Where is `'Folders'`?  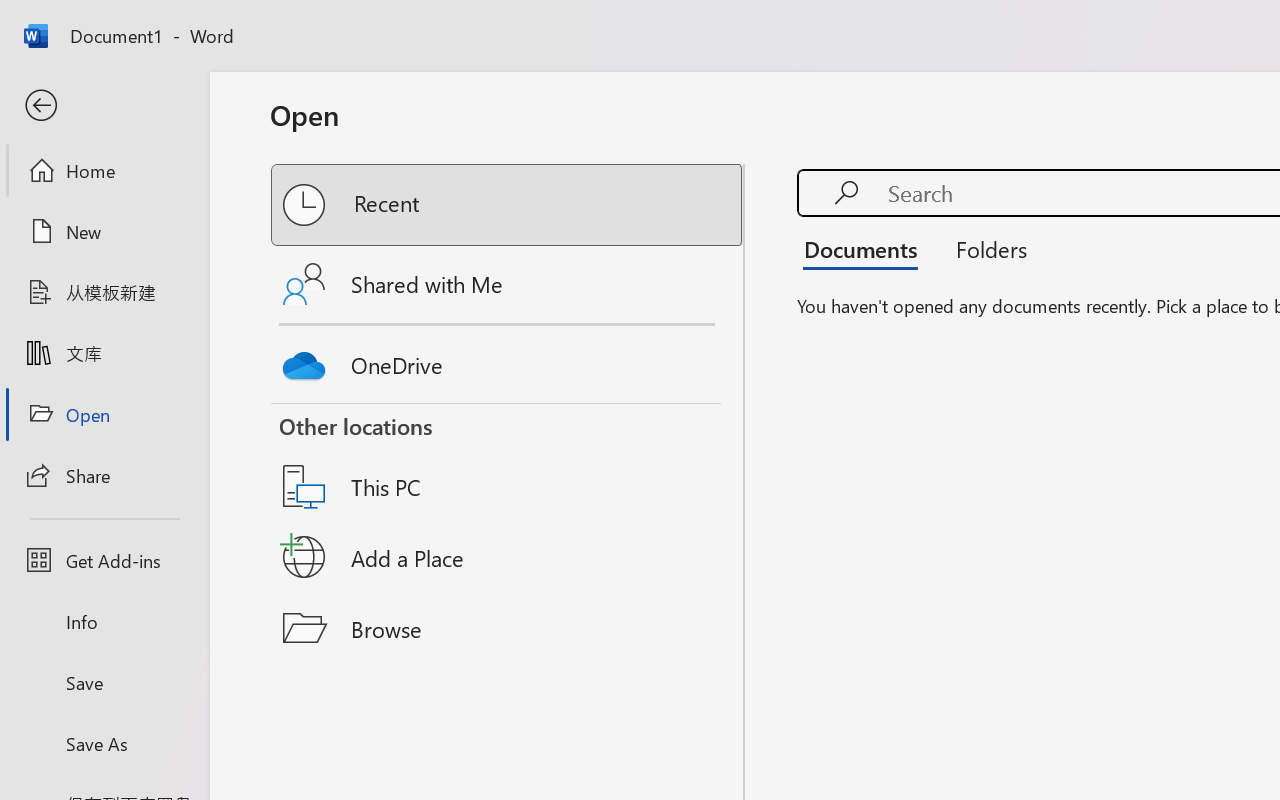 'Folders' is located at coordinates (984, 248).